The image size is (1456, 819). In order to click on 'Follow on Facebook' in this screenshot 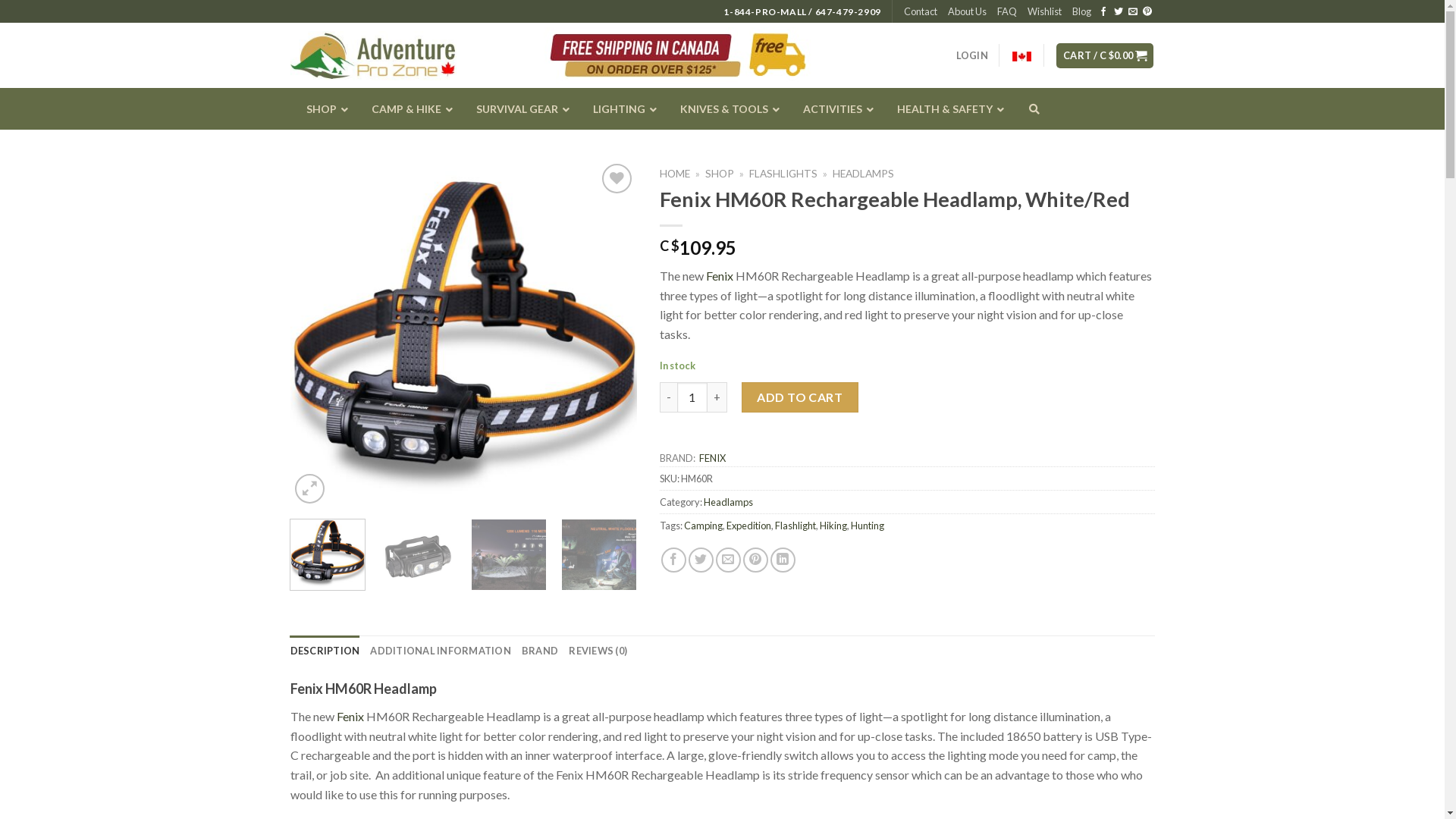, I will do `click(1103, 11)`.